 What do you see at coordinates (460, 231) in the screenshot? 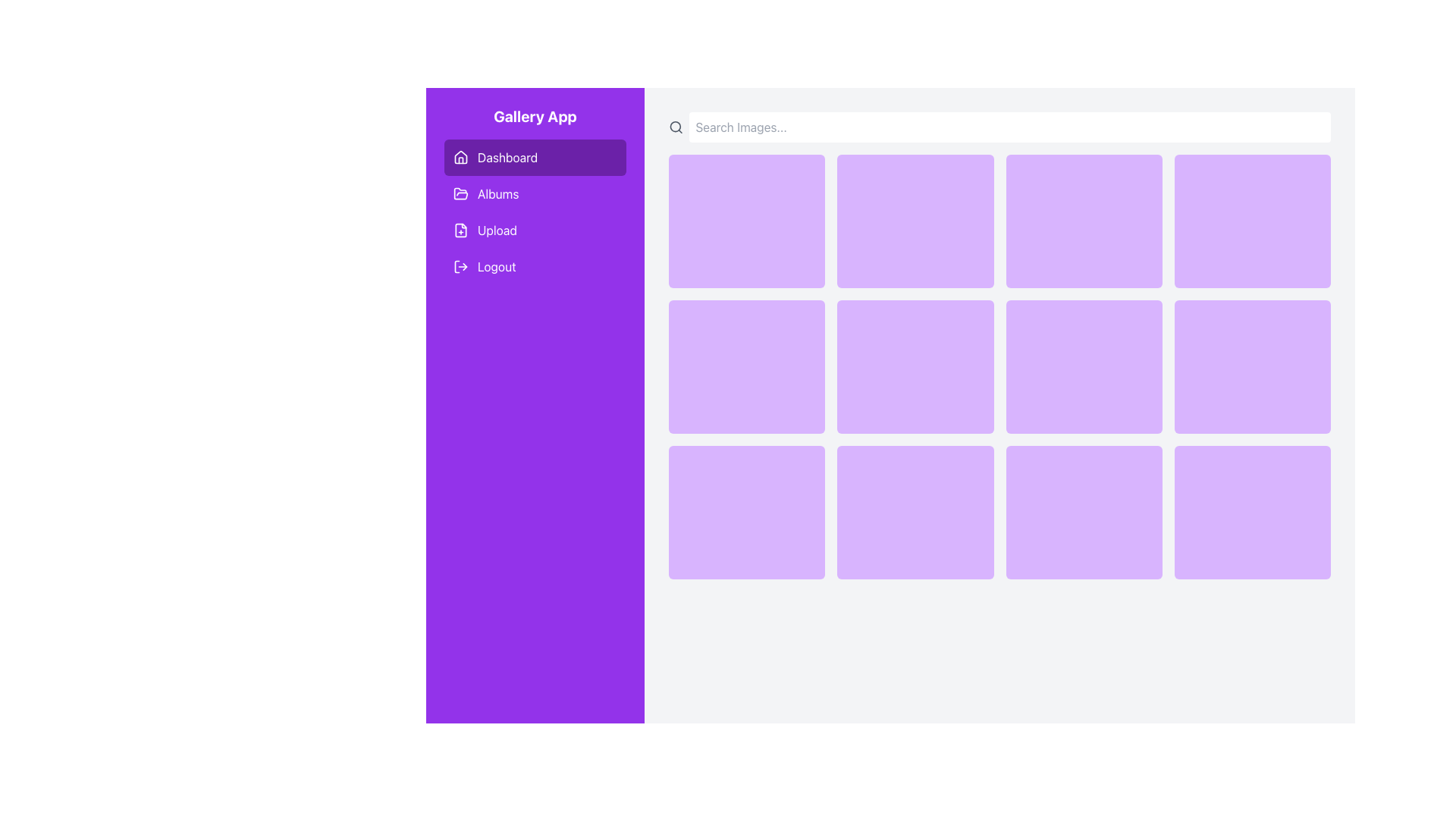
I see `the file icon with a plus sign located in the 'Upload' option area of the vertical menu on the left-hand side of the interface` at bounding box center [460, 231].